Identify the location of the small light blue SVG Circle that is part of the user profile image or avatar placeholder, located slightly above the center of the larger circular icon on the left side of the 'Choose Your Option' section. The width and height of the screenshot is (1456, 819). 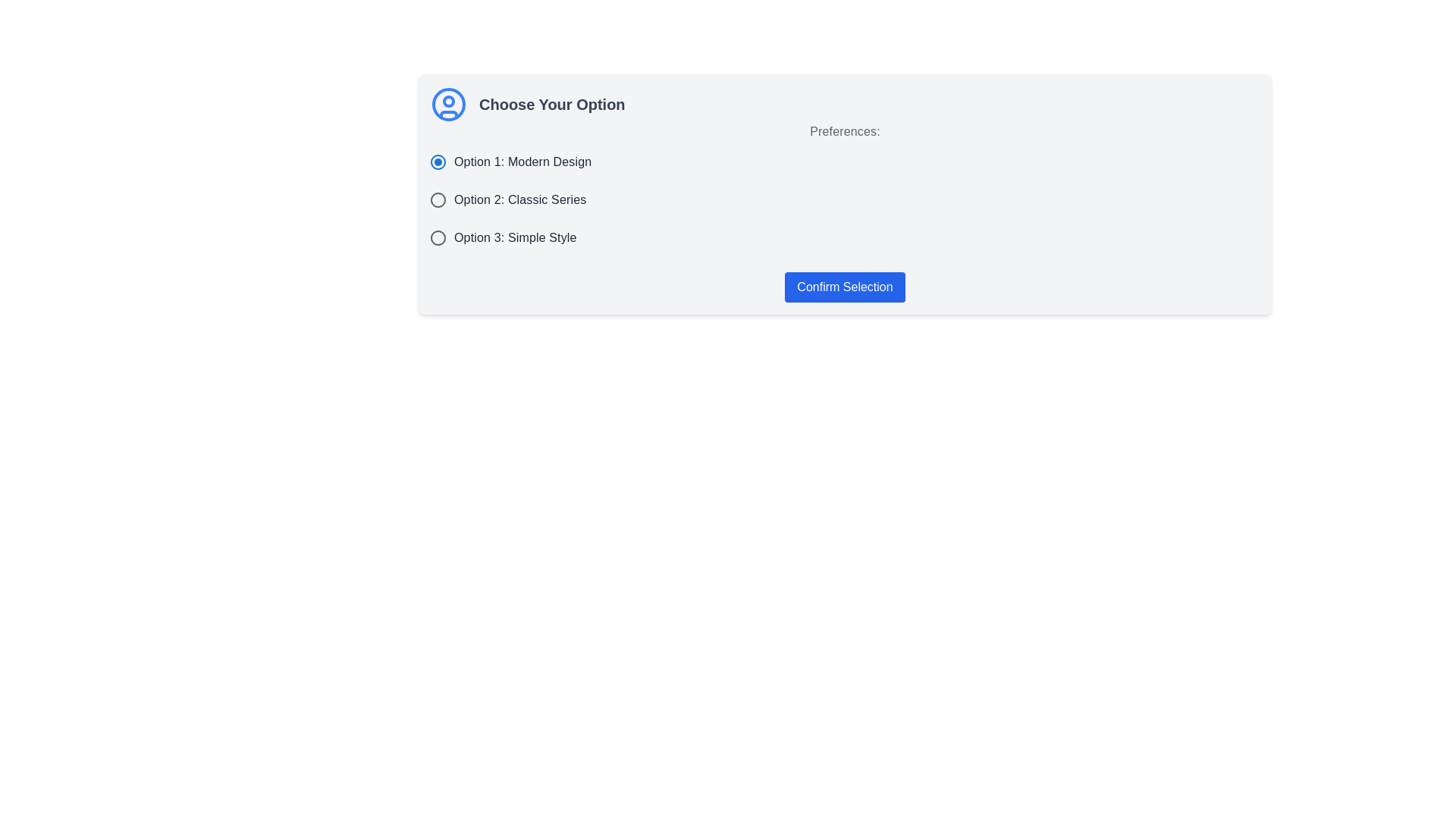
(447, 102).